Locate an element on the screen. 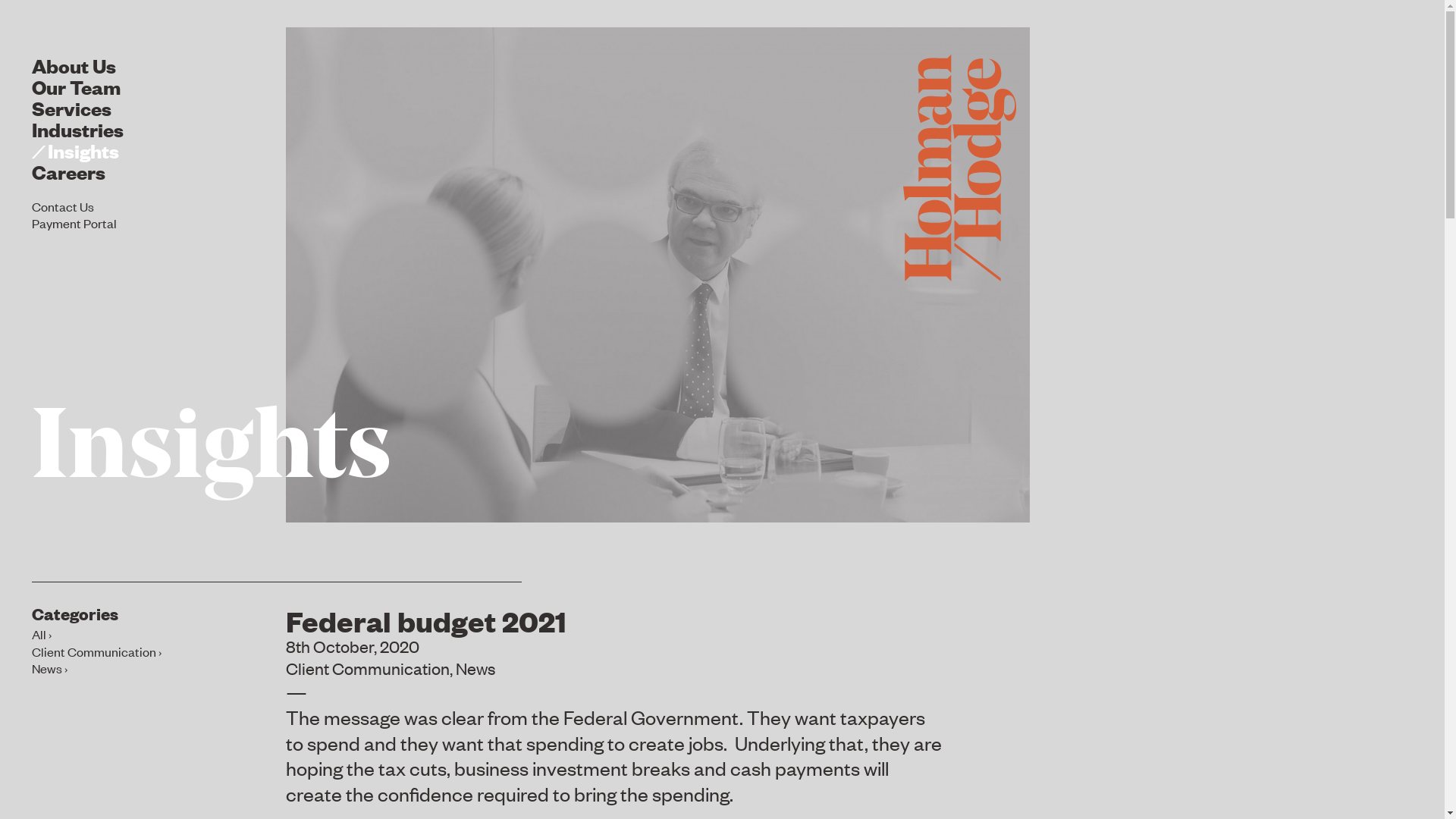  'News' is located at coordinates (475, 667).